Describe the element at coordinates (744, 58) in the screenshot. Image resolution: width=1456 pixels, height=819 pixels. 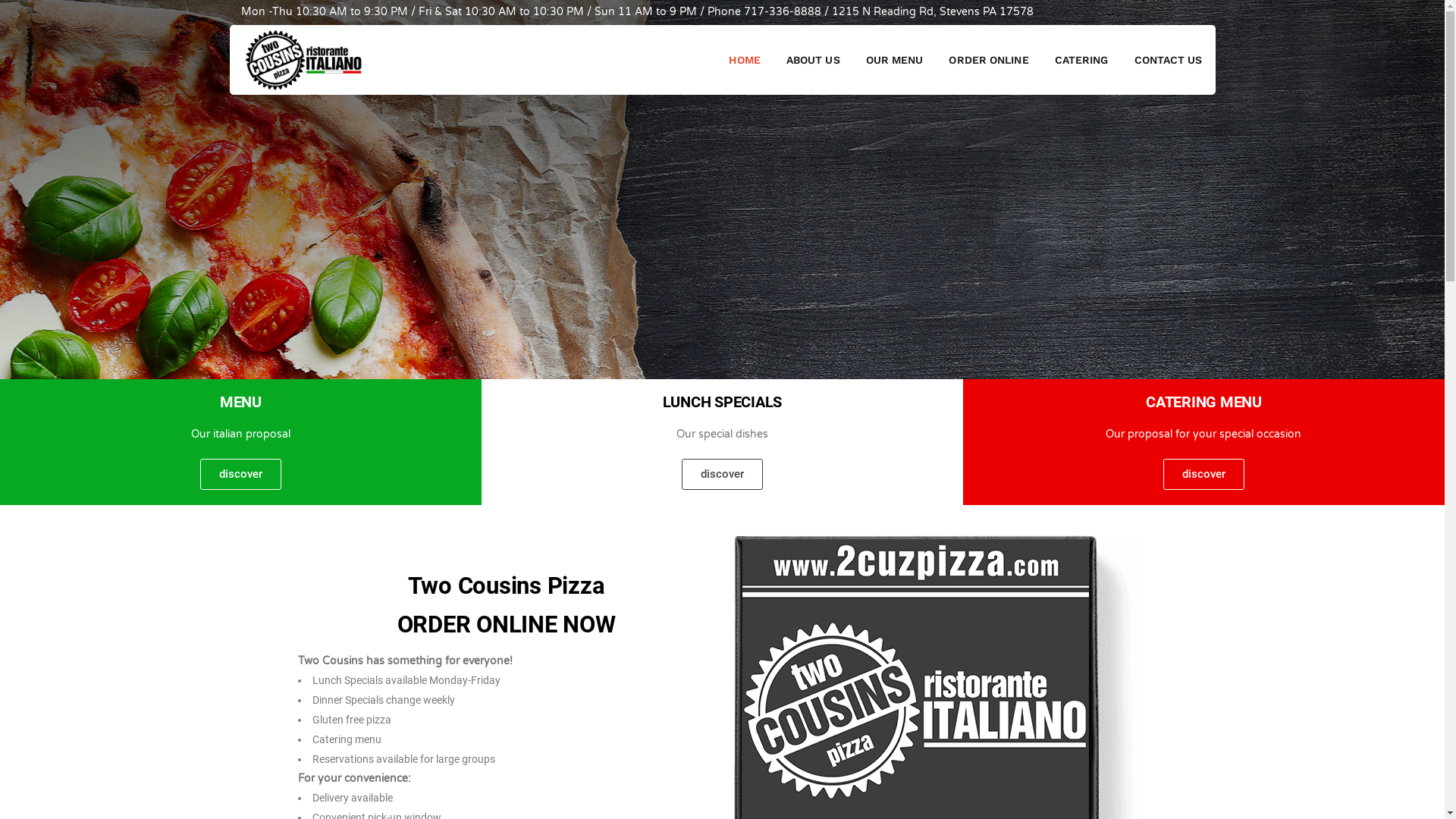
I see `'HOME'` at that location.